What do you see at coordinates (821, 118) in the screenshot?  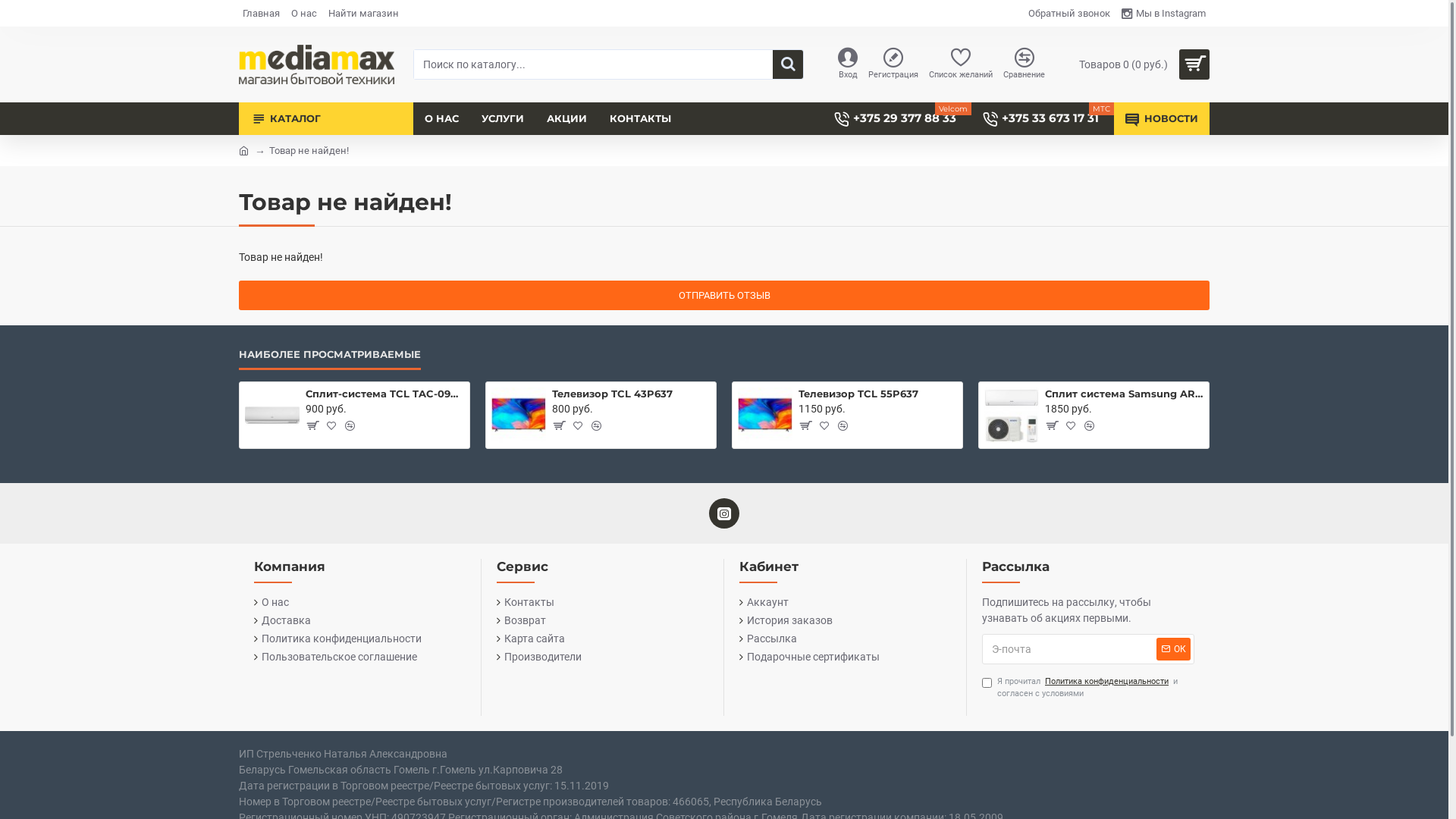 I see `'+375 29 377 88 33` at bounding box center [821, 118].